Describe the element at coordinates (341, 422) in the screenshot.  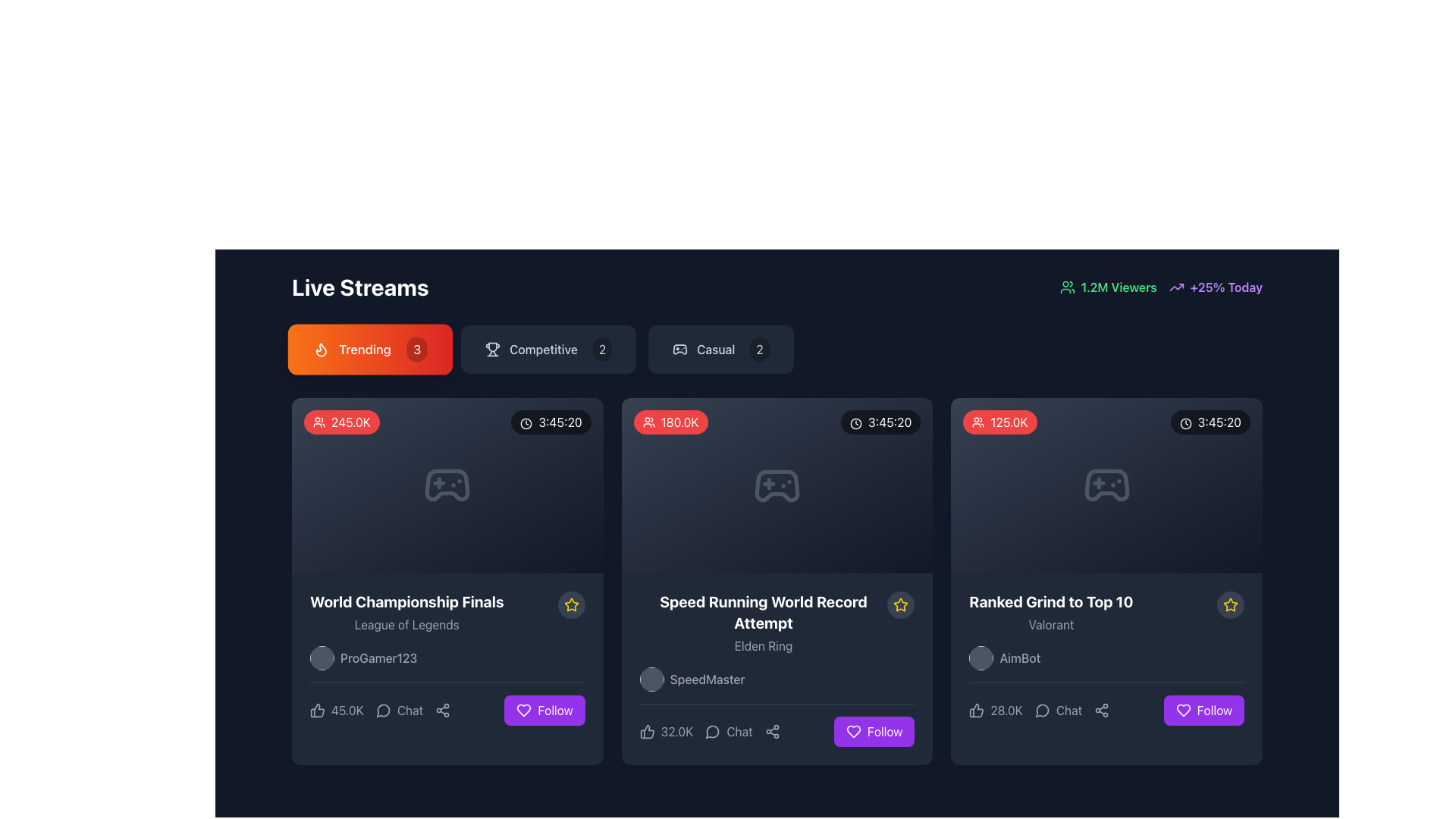
I see `the red rounded rectangular button containing a white icon of a group of people and the text '245.0K' located in the 'Trending' section at the top-left corner of the card-like layout` at that location.